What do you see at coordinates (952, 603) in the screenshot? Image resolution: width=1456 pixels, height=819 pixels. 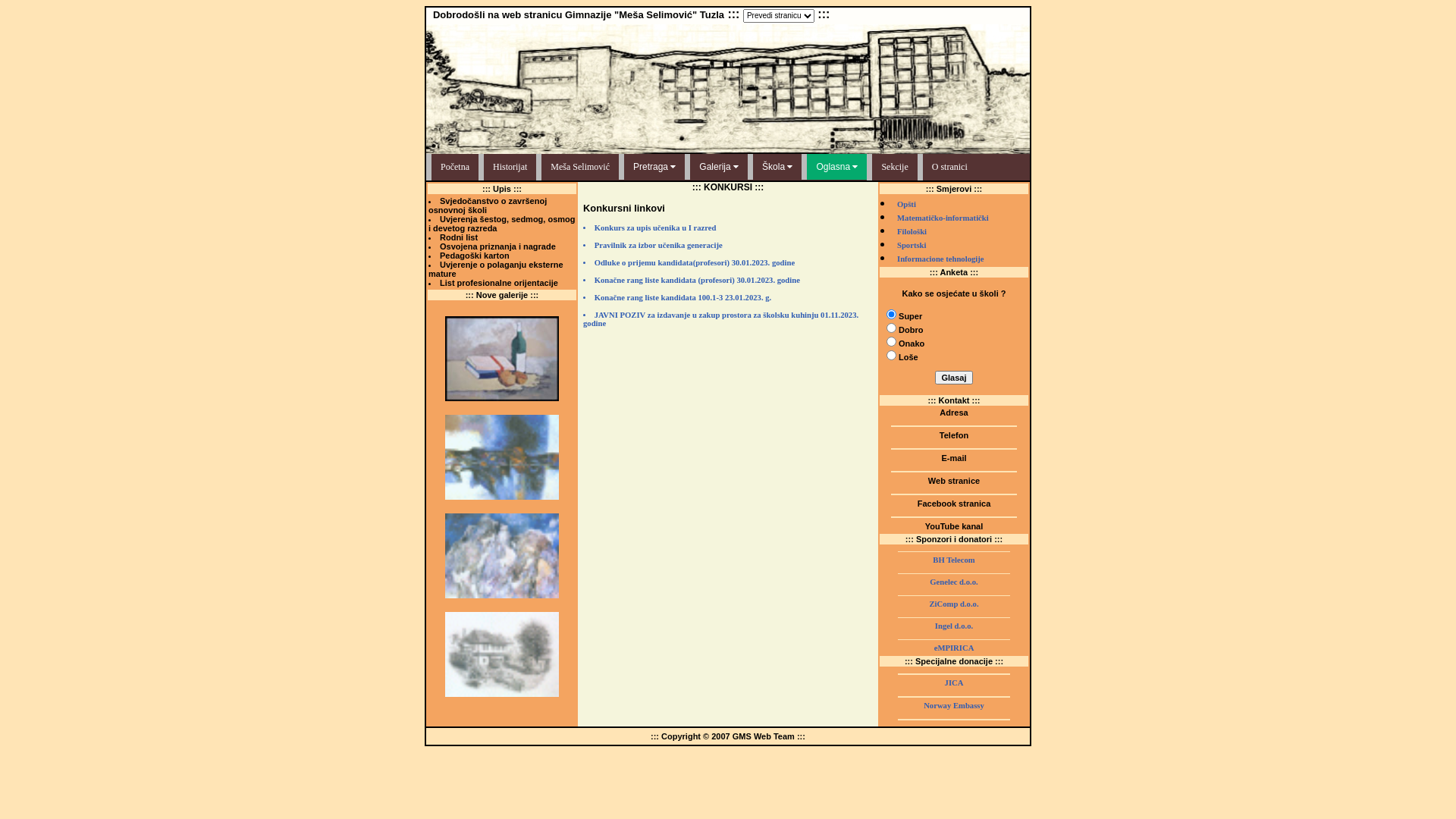 I see `'ZiComp d.o.o.'` at bounding box center [952, 603].